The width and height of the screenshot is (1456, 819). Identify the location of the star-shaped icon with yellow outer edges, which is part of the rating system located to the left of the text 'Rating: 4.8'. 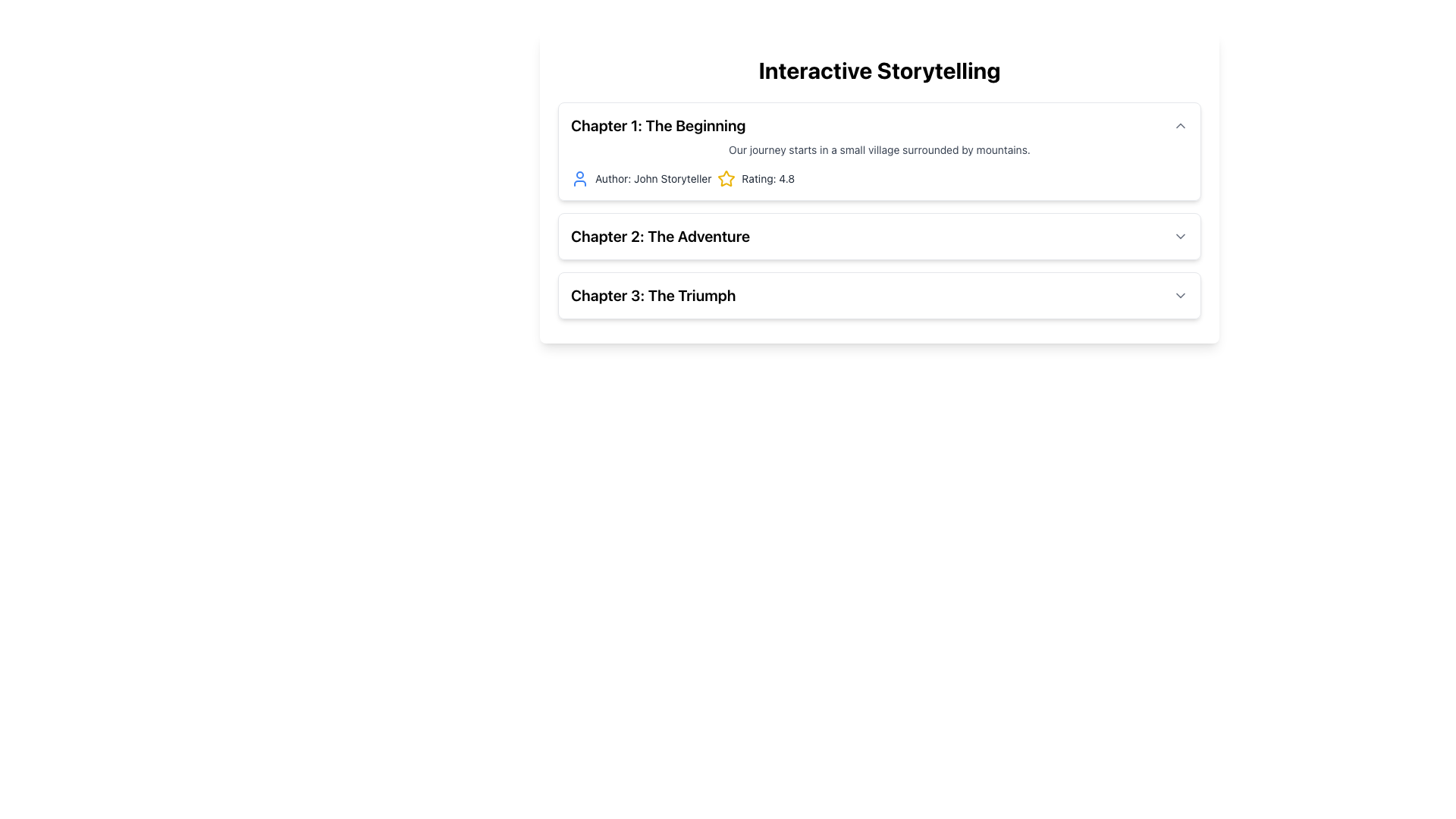
(726, 177).